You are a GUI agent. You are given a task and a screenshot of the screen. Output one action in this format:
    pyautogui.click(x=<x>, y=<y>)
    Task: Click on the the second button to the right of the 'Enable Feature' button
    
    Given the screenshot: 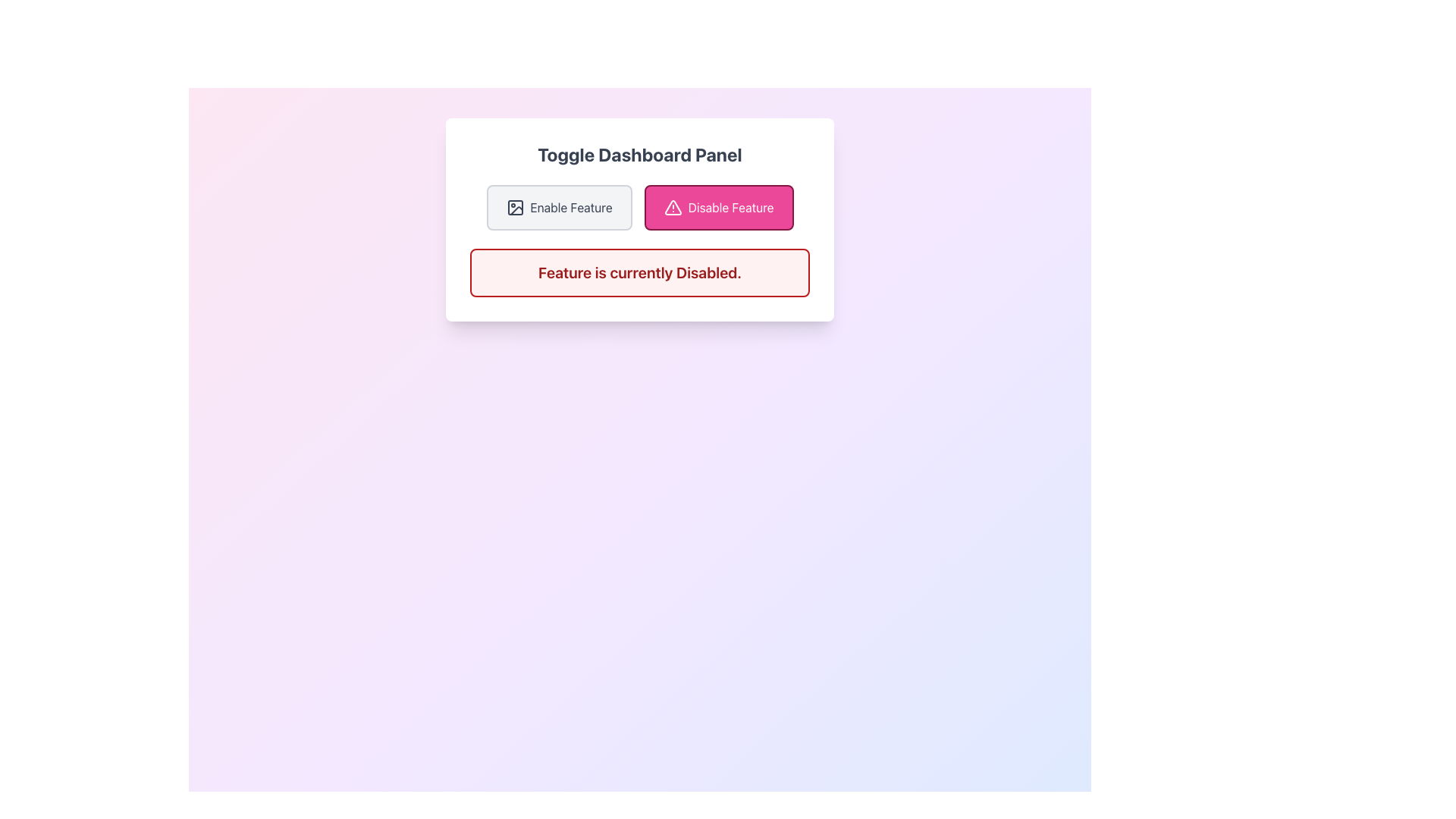 What is the action you would take?
    pyautogui.click(x=718, y=207)
    